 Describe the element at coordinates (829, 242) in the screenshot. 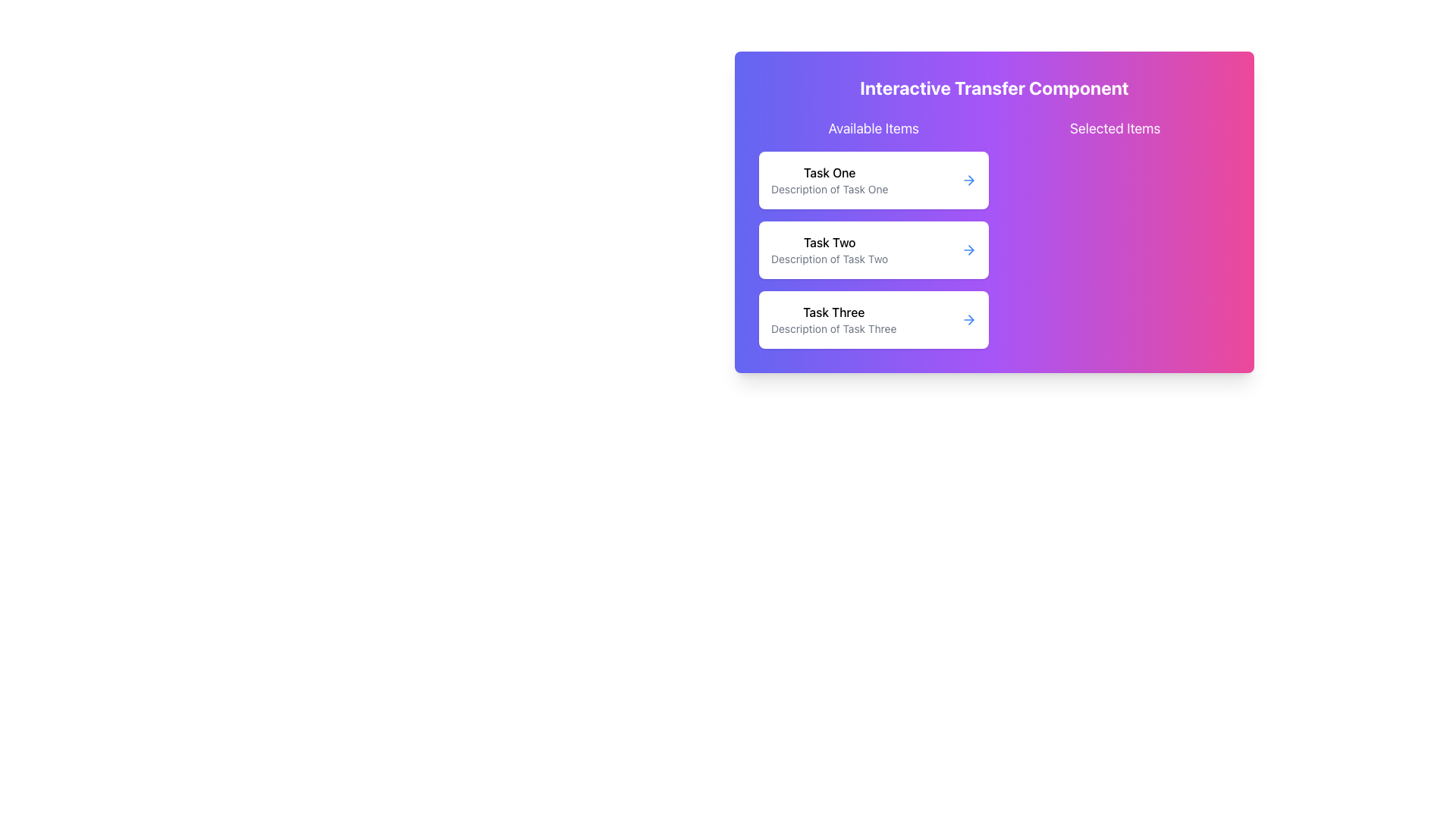

I see `the text label 'Task Two', which is the second task title in the 'Available Items' section, visually distinct with a medium font weight and larger size` at that location.